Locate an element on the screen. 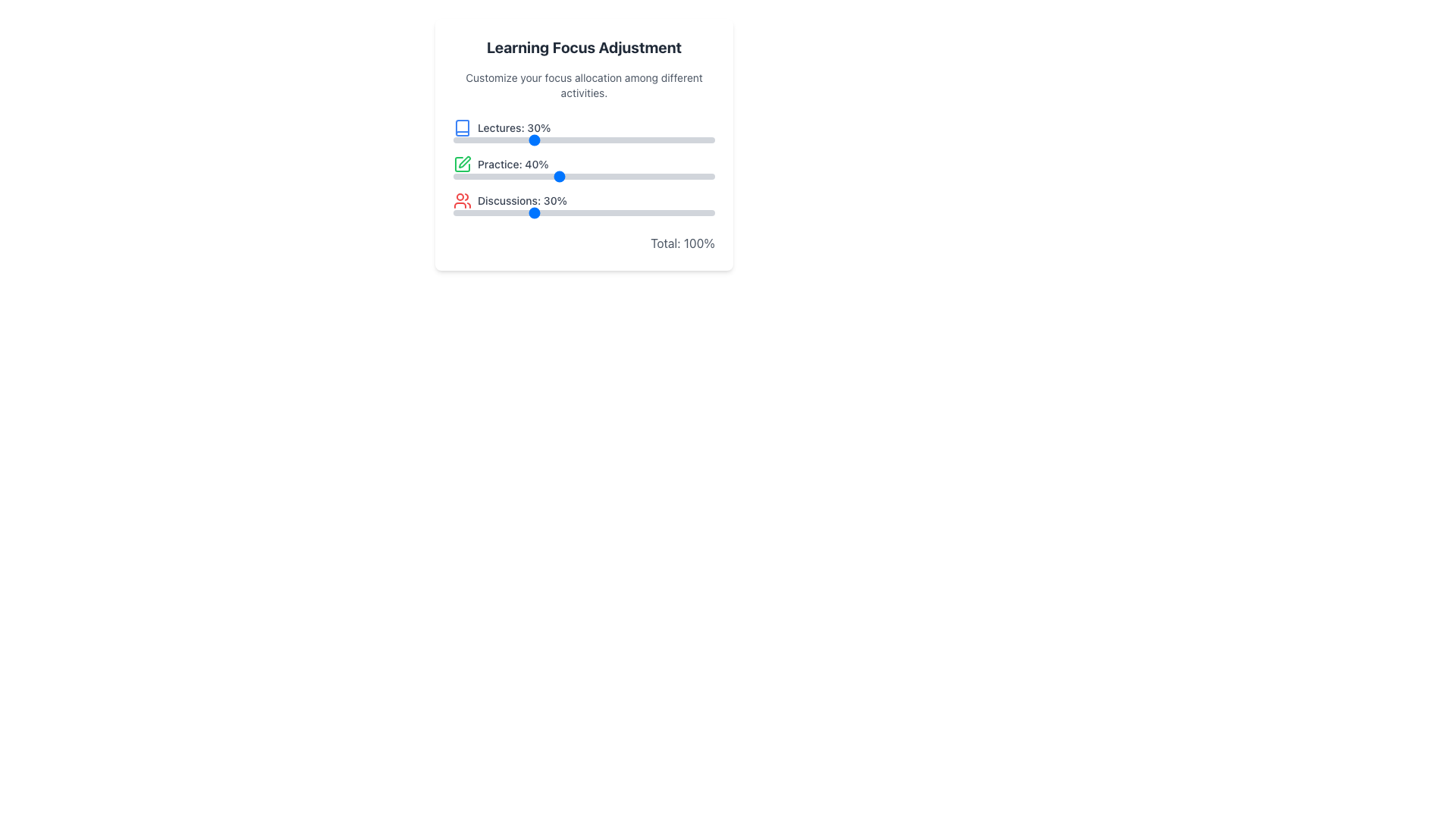 Image resolution: width=1456 pixels, height=819 pixels. the slider is located at coordinates (492, 213).